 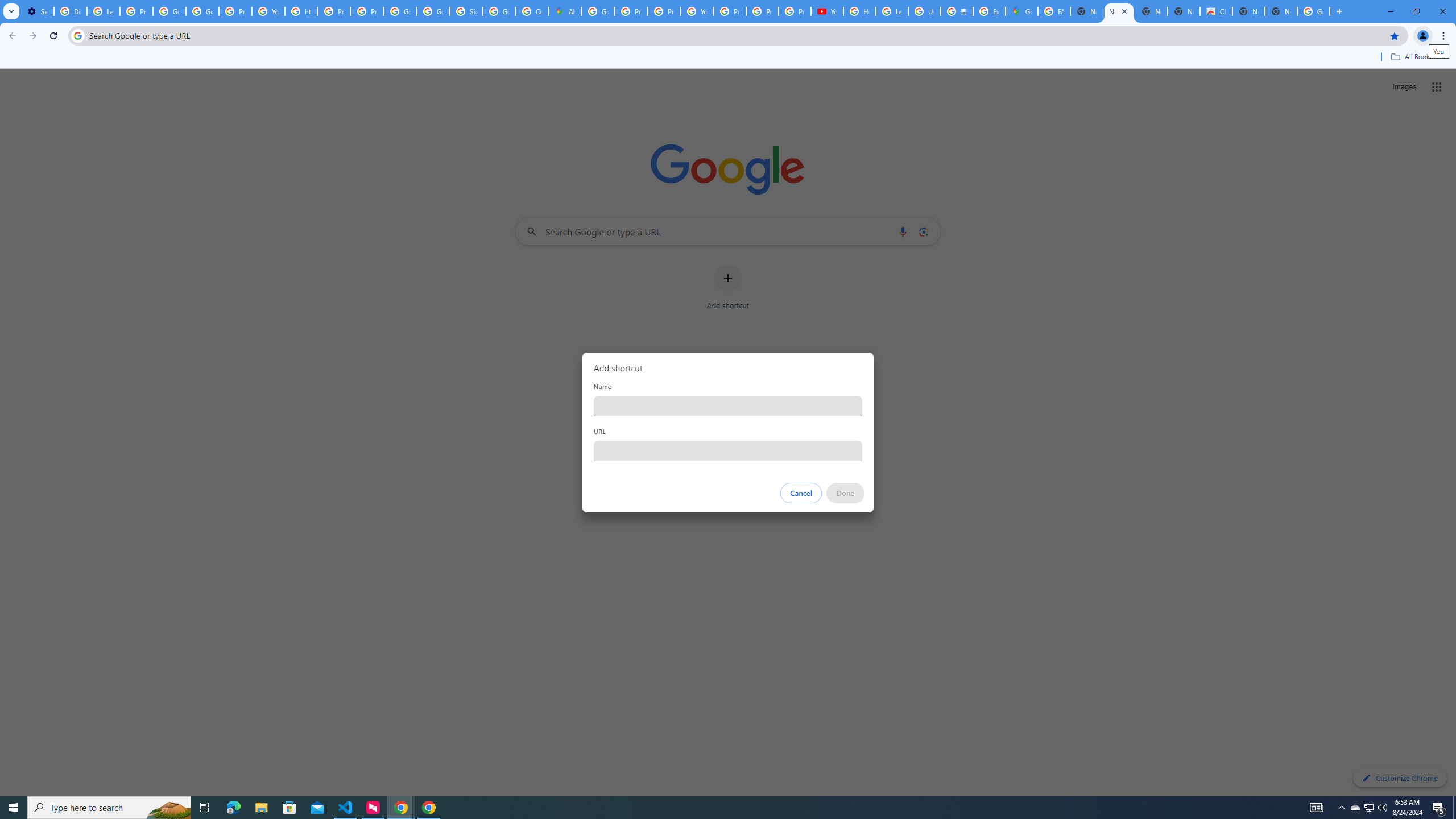 I want to click on 'YouTube', so click(x=828, y=11).